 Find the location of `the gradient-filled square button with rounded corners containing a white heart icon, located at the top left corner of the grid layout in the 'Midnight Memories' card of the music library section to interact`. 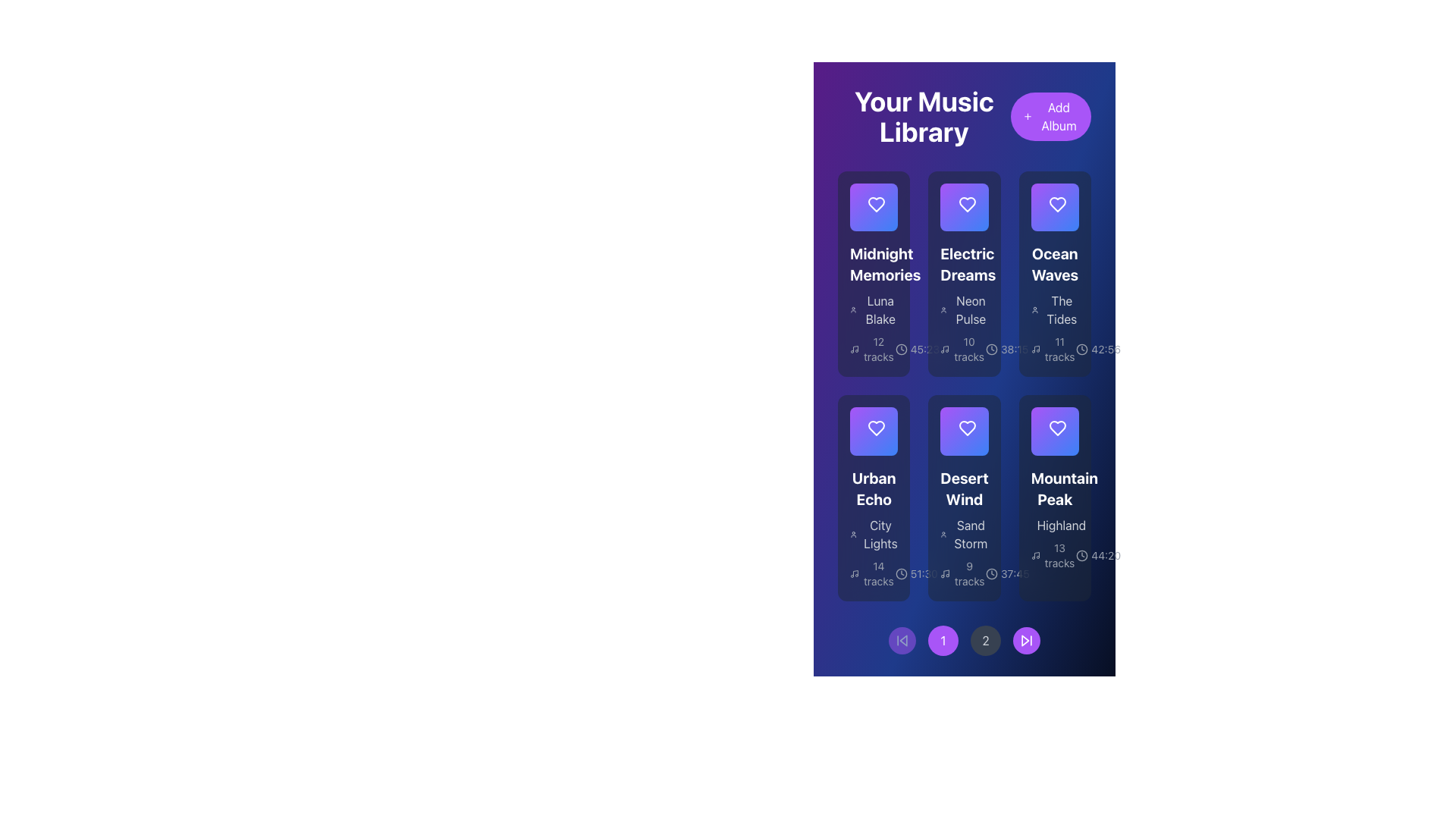

the gradient-filled square button with rounded corners containing a white heart icon, located at the top left corner of the grid layout in the 'Midnight Memories' card of the music library section to interact is located at coordinates (874, 207).